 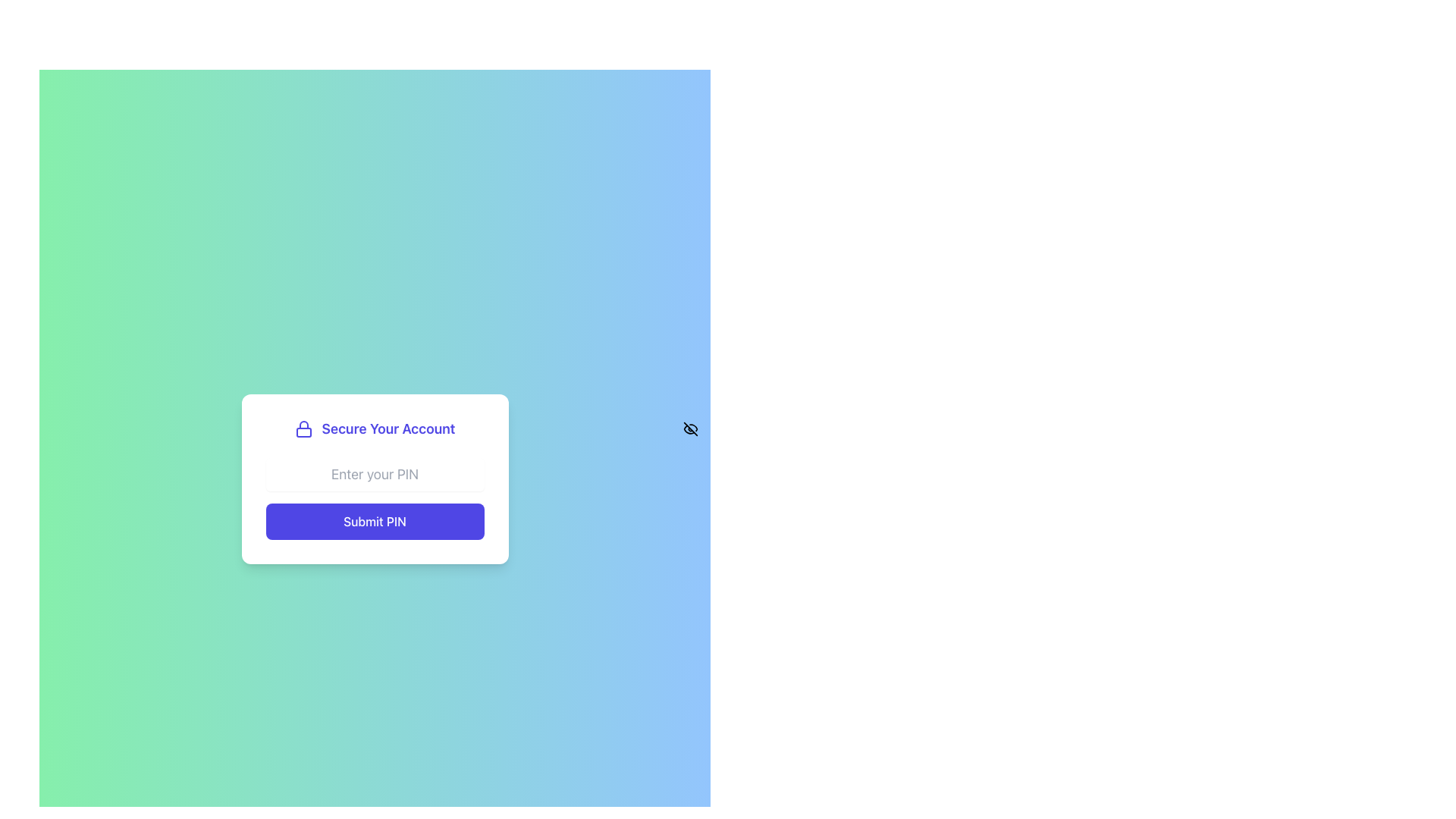 What do you see at coordinates (303, 429) in the screenshot?
I see `the indigo-blue lock icon located to the left of the text 'Secure Your Account' in the header section of the card interface` at bounding box center [303, 429].